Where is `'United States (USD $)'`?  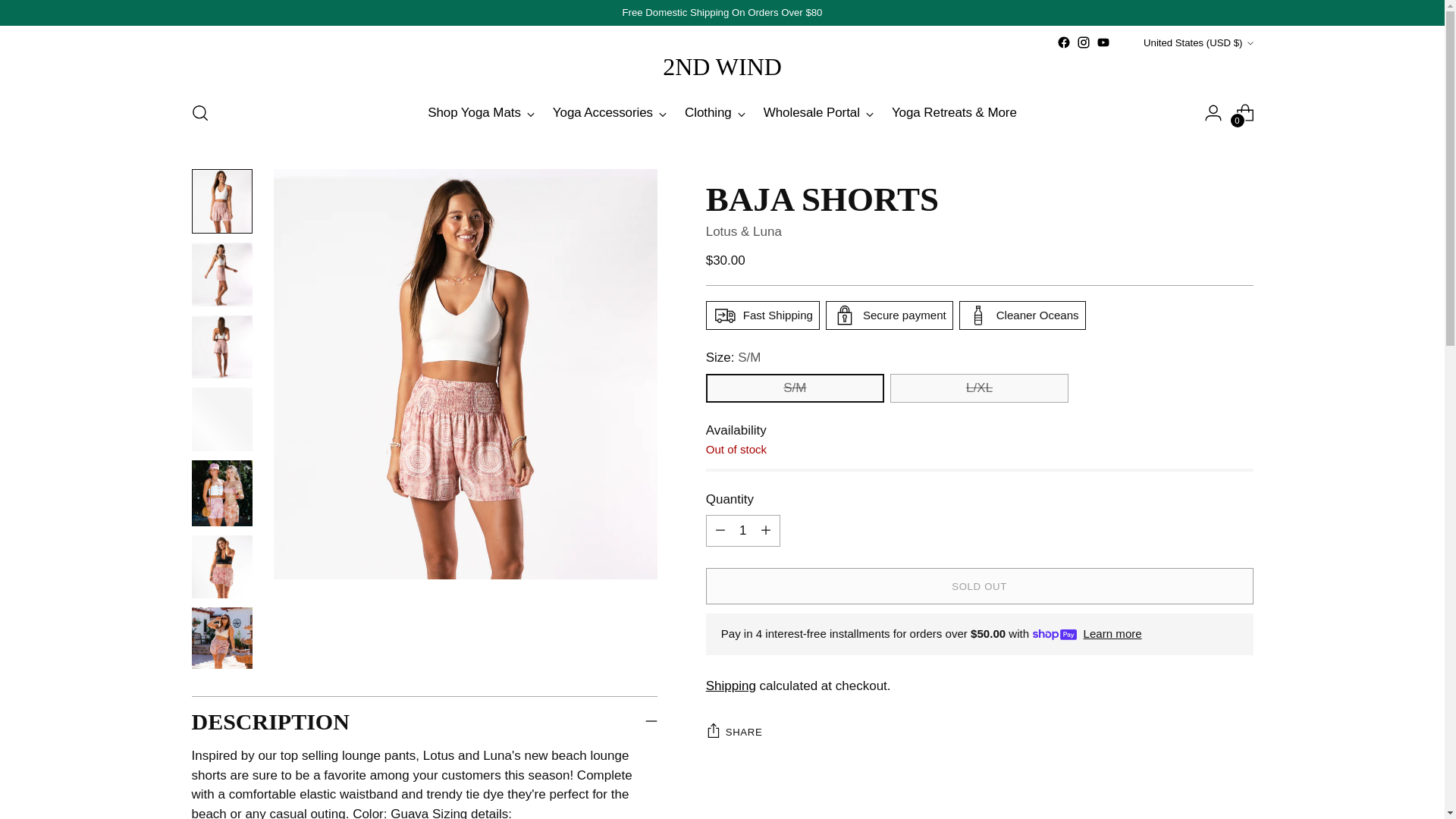
'United States (USD $)' is located at coordinates (1125, 42).